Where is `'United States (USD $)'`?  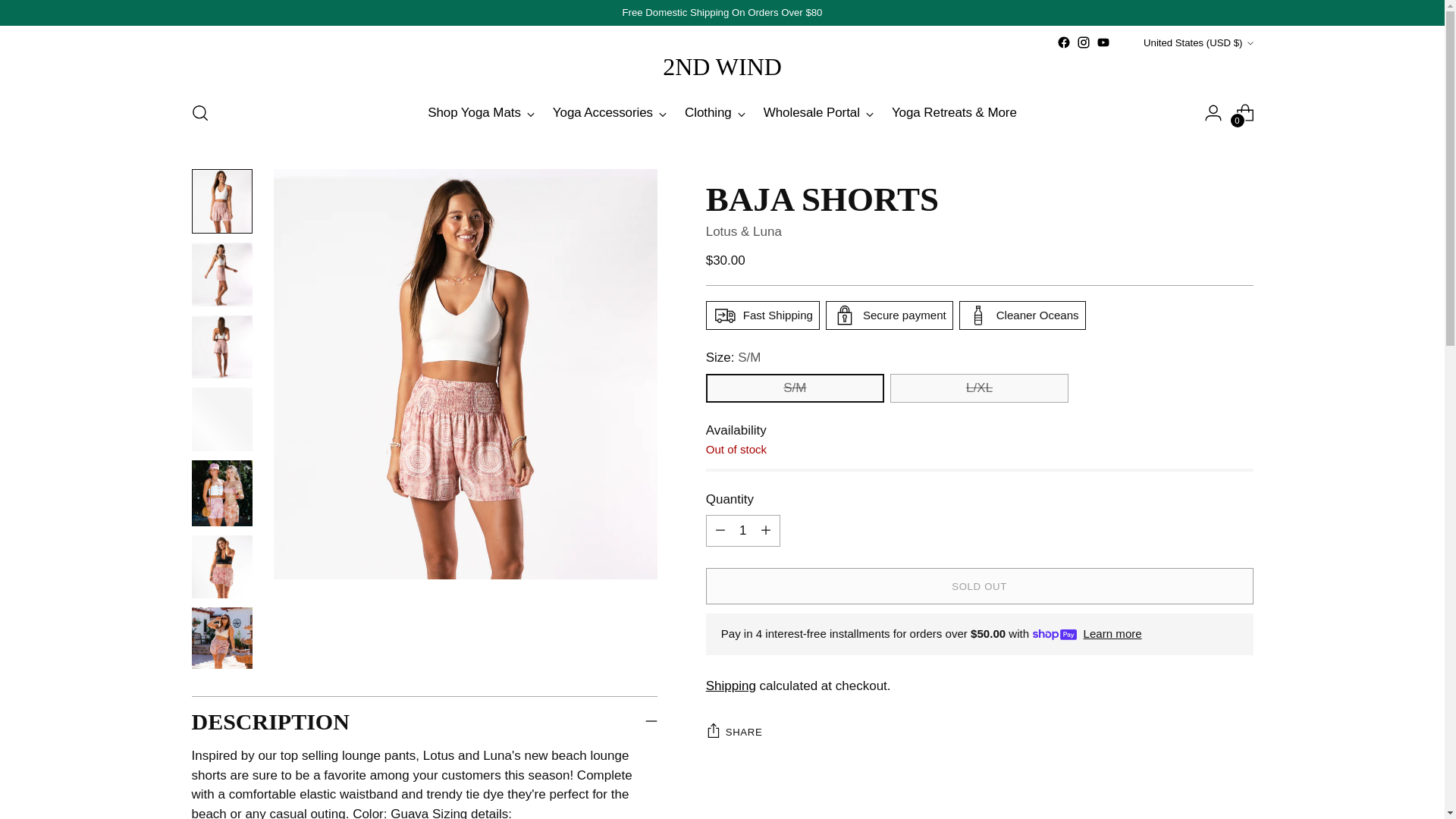
'United States (USD $)' is located at coordinates (1125, 42).